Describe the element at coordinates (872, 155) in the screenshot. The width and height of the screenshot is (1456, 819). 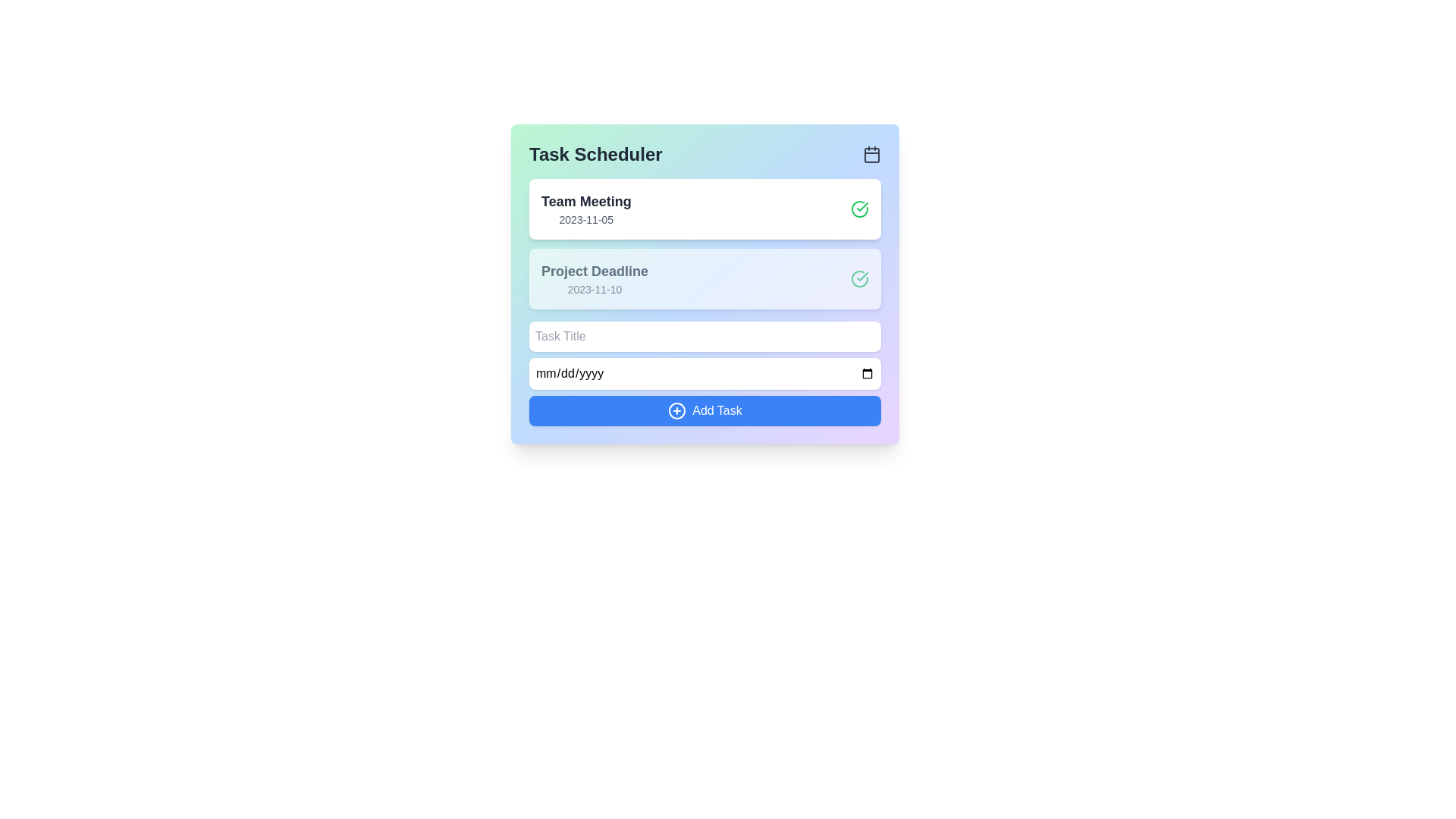
I see `the rounded rectangle that is part of the calendar icon located in the top-right corner of the interface` at that location.